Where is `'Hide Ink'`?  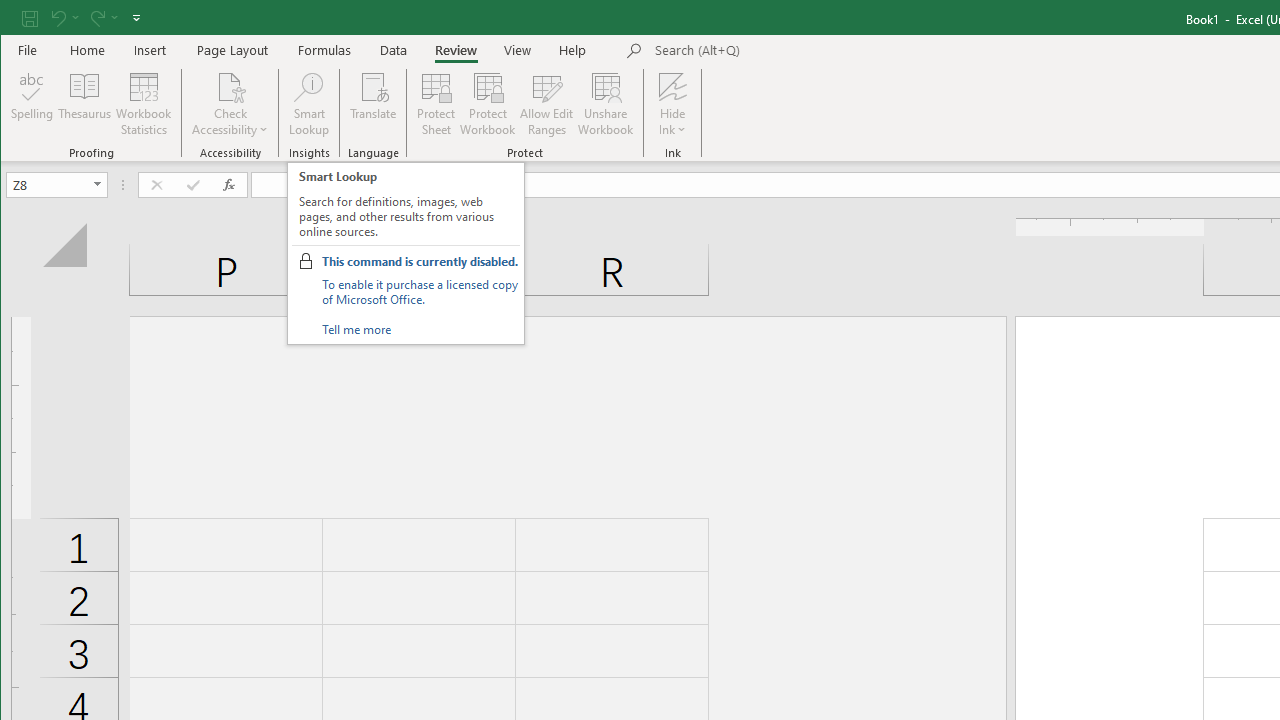 'Hide Ink' is located at coordinates (672, 85).